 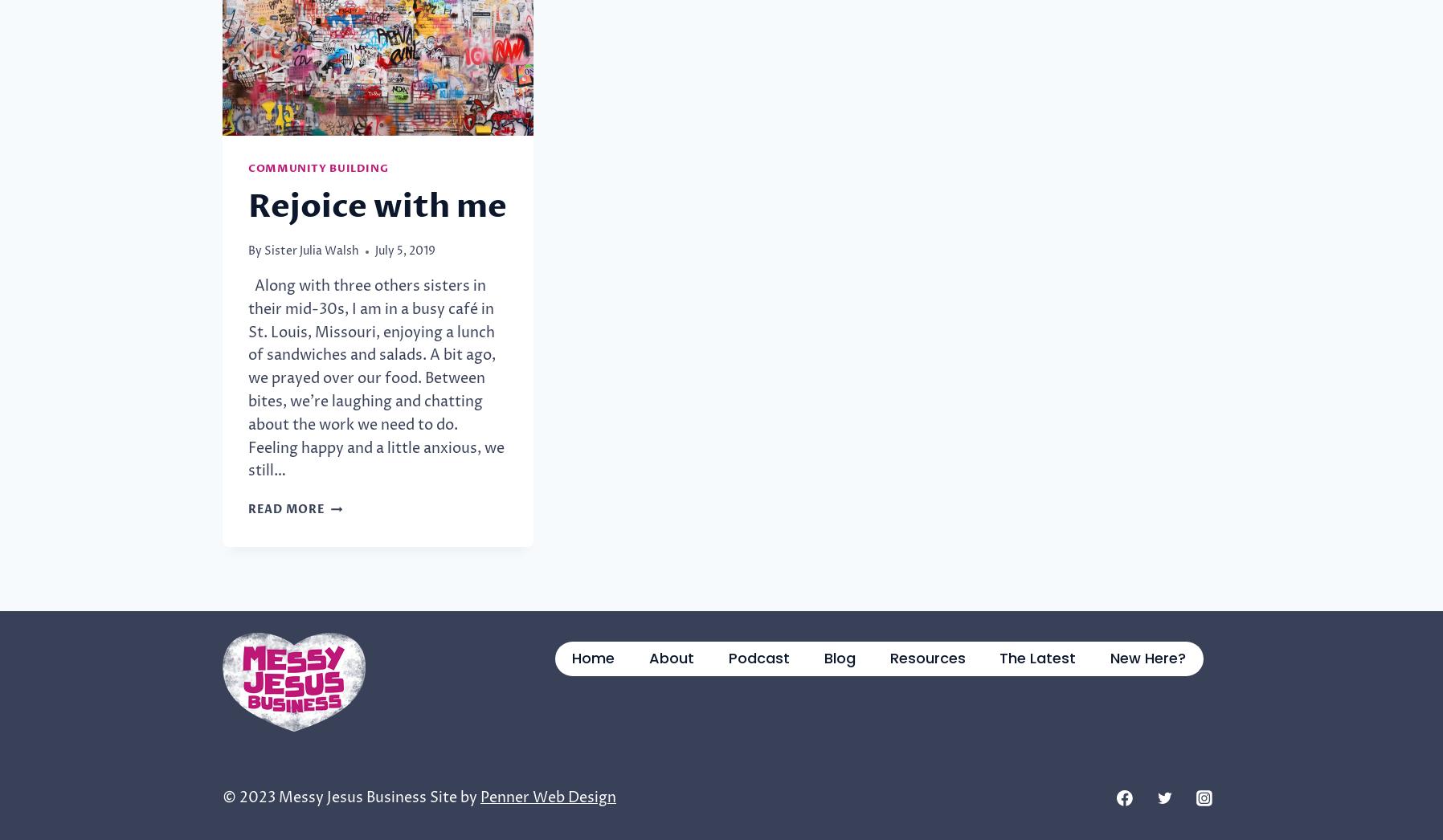 What do you see at coordinates (1110, 657) in the screenshot?
I see `'New Here?'` at bounding box center [1110, 657].